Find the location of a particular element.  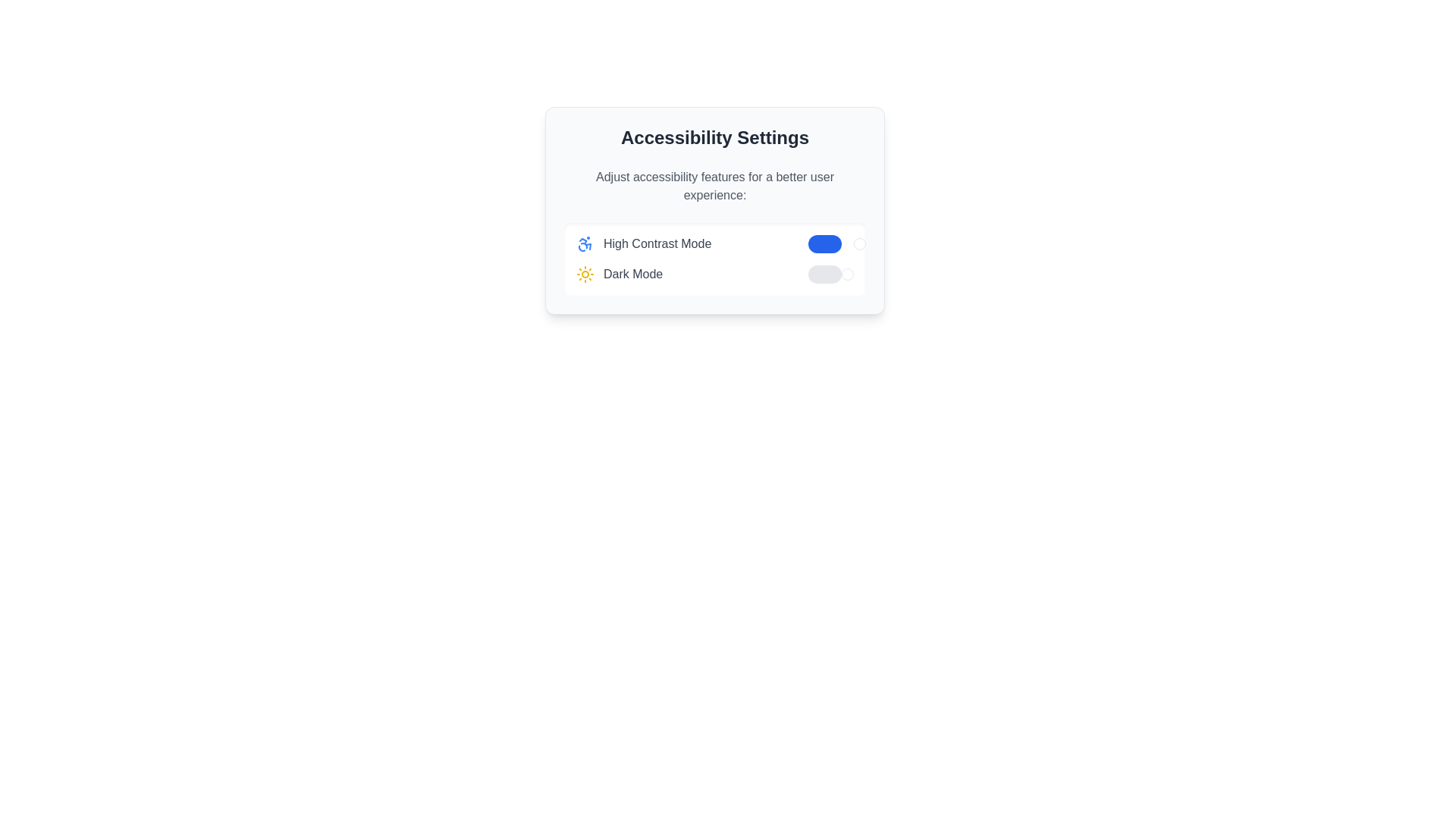

title 'Accessibility Settings', which is a bold, large-sized text displayed in dark gray color at the top of its section is located at coordinates (714, 137).